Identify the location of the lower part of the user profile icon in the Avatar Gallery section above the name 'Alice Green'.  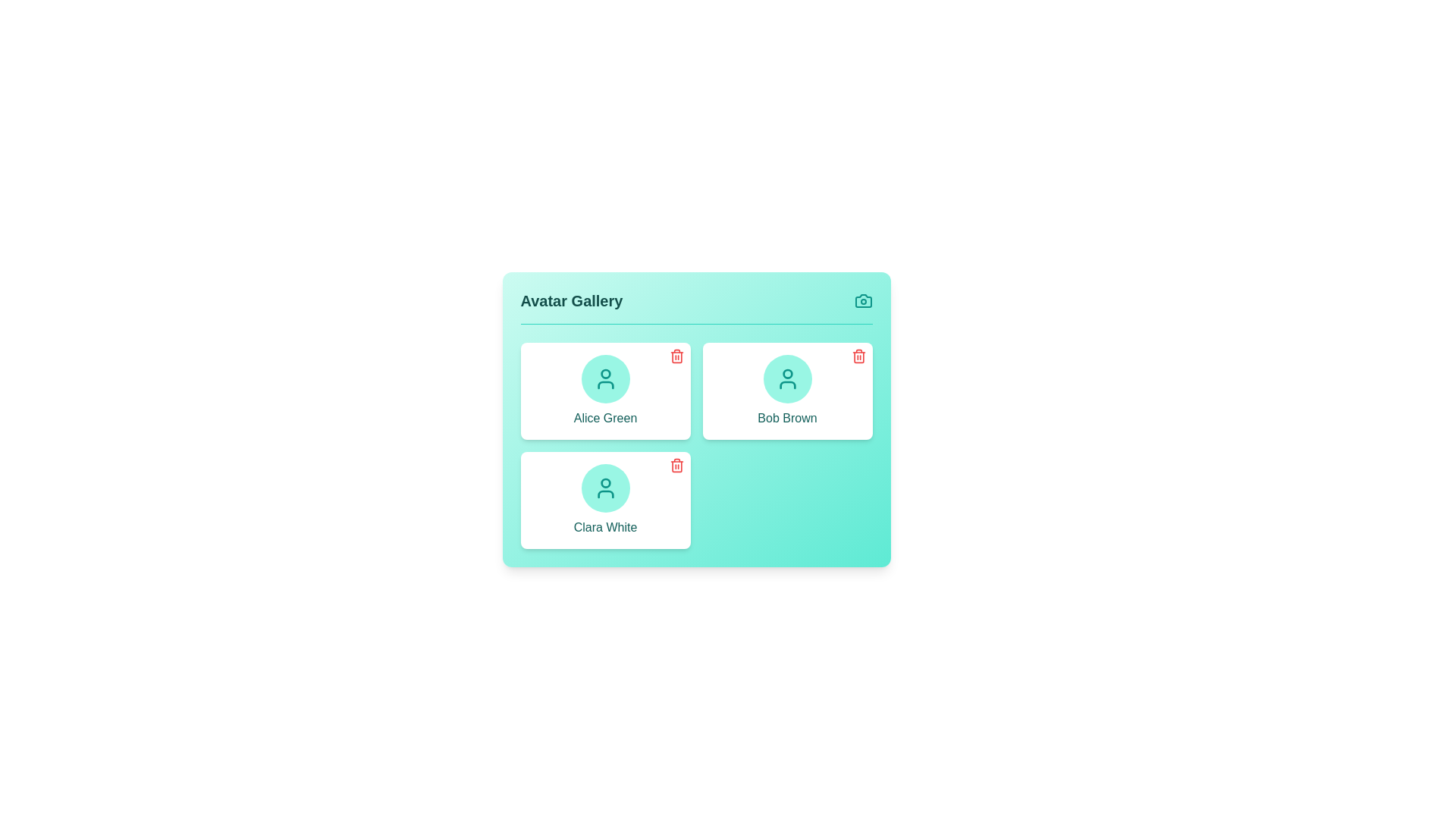
(604, 384).